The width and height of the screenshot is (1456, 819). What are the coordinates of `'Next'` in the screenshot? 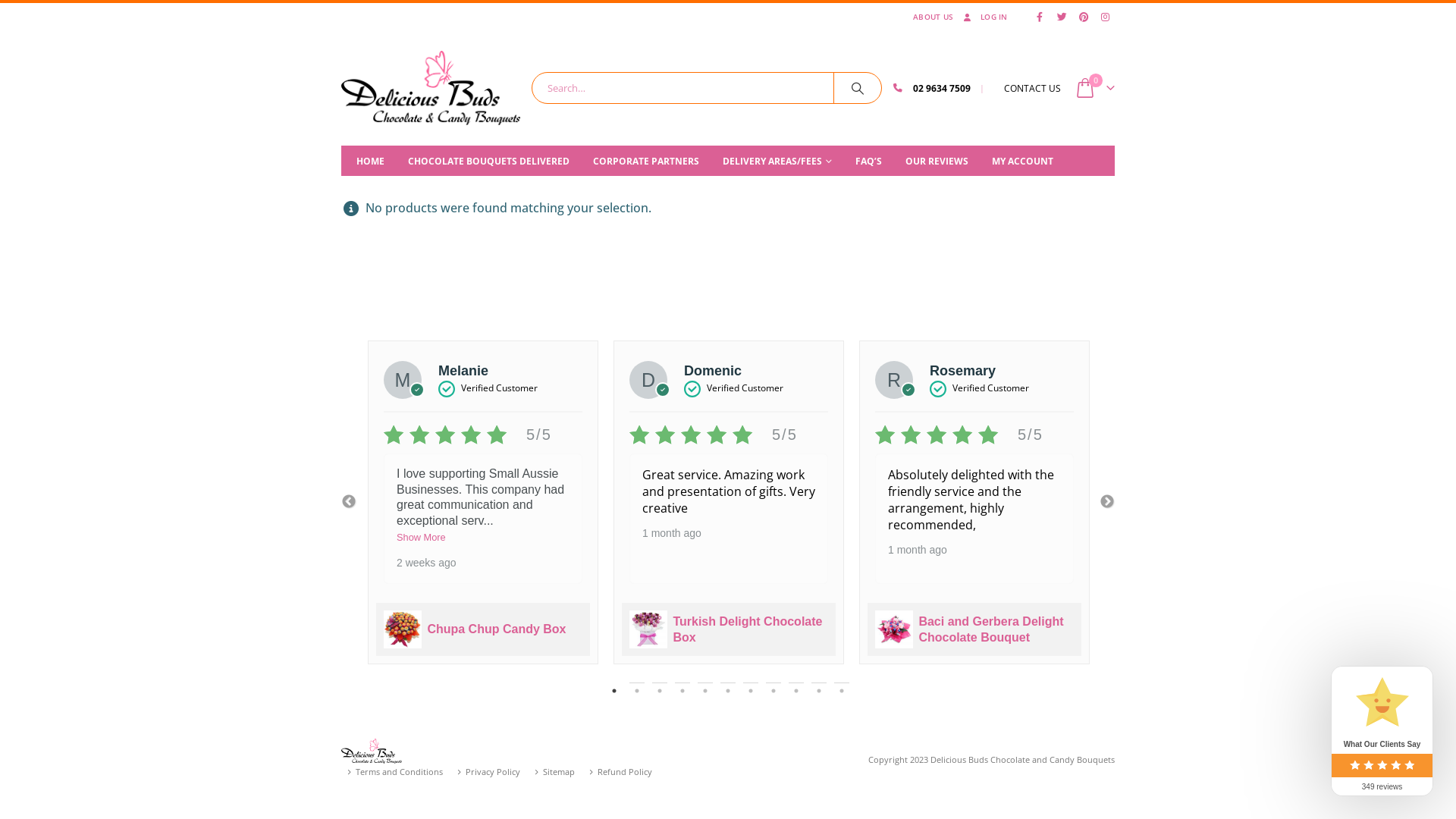 It's located at (1106, 502).